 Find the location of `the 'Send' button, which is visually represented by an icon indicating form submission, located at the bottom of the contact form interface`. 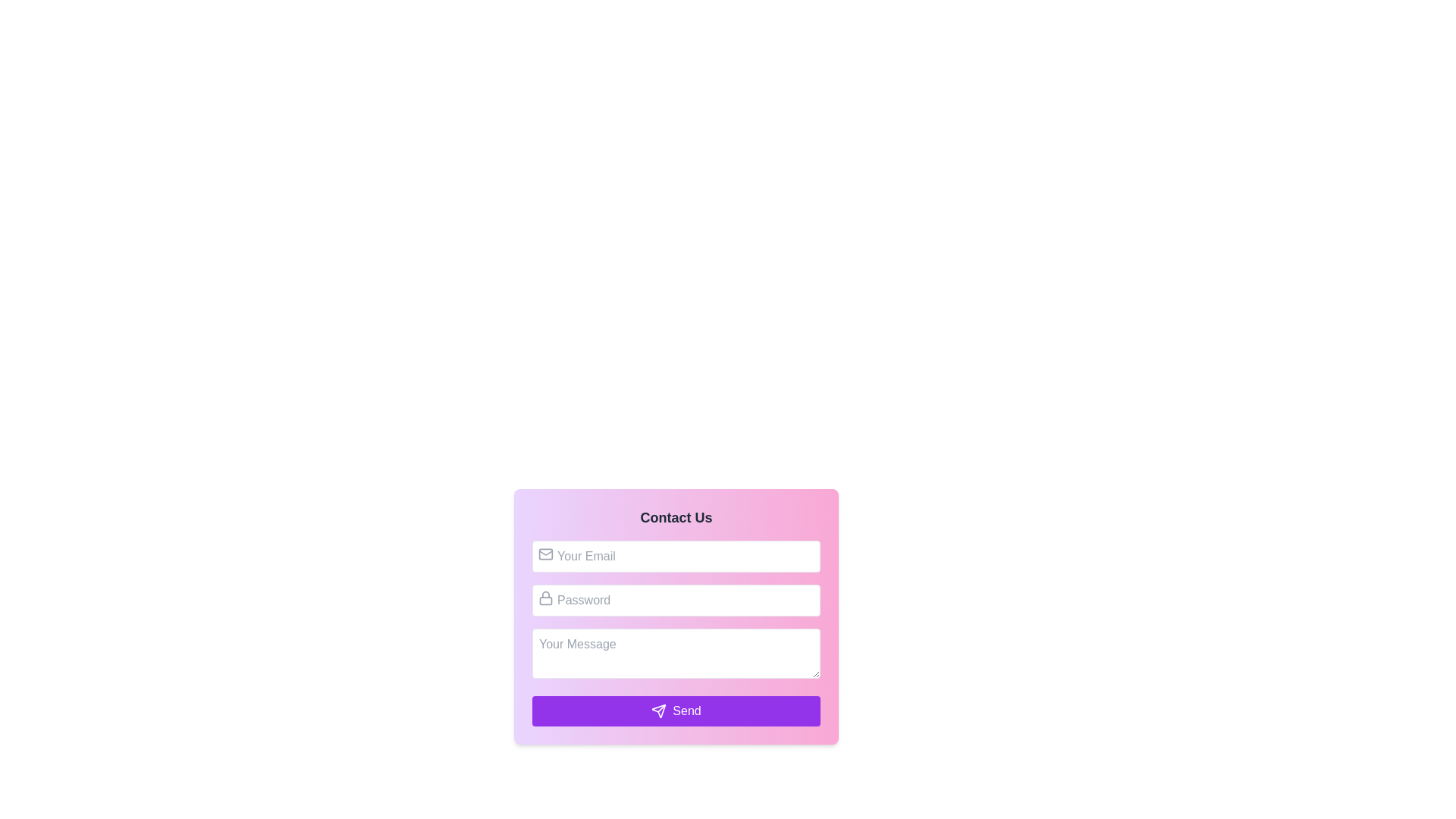

the 'Send' button, which is visually represented by an icon indicating form submission, located at the bottom of the contact form interface is located at coordinates (659, 711).